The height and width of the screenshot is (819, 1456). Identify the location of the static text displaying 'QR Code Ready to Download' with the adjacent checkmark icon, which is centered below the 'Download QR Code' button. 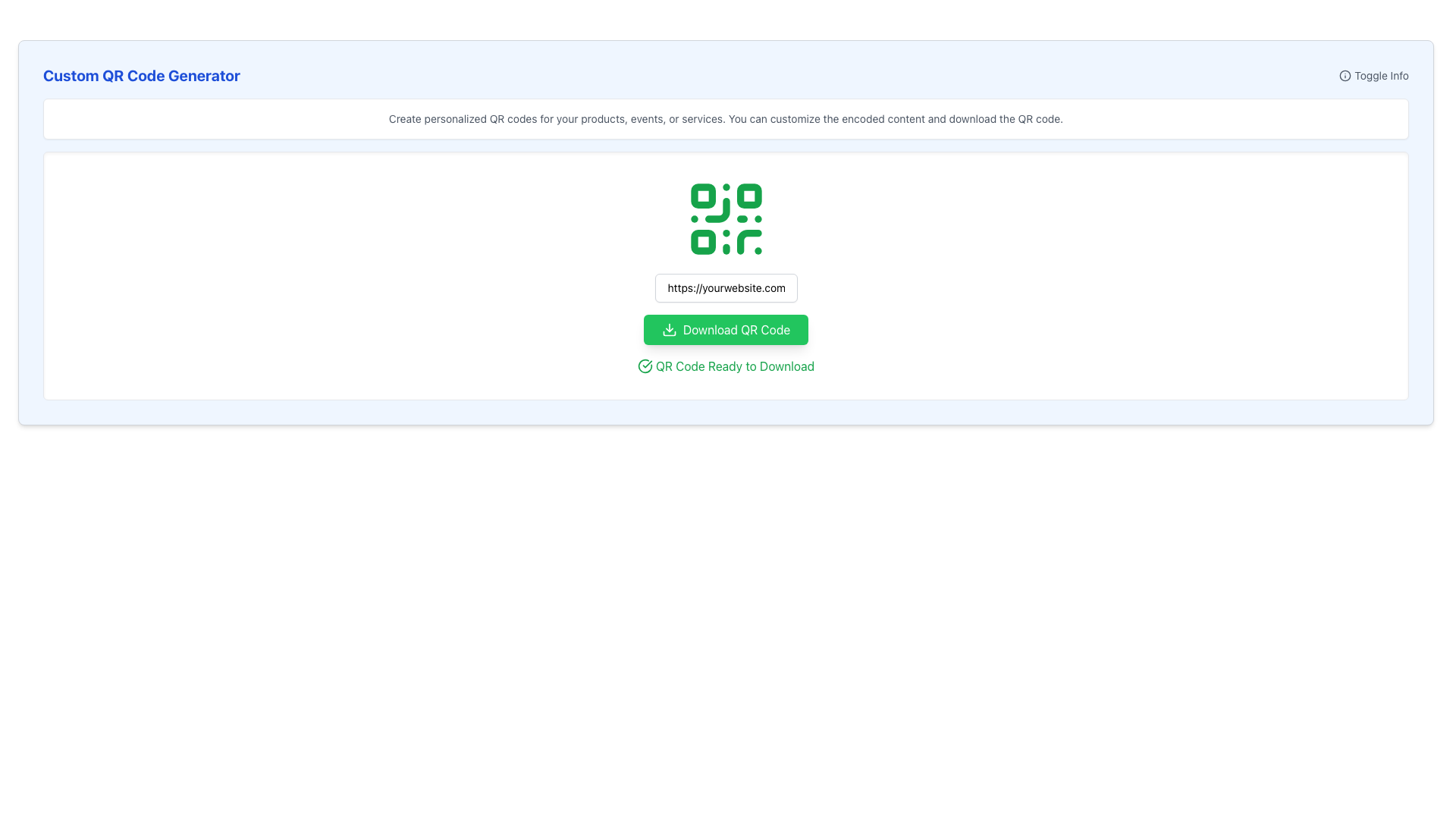
(725, 366).